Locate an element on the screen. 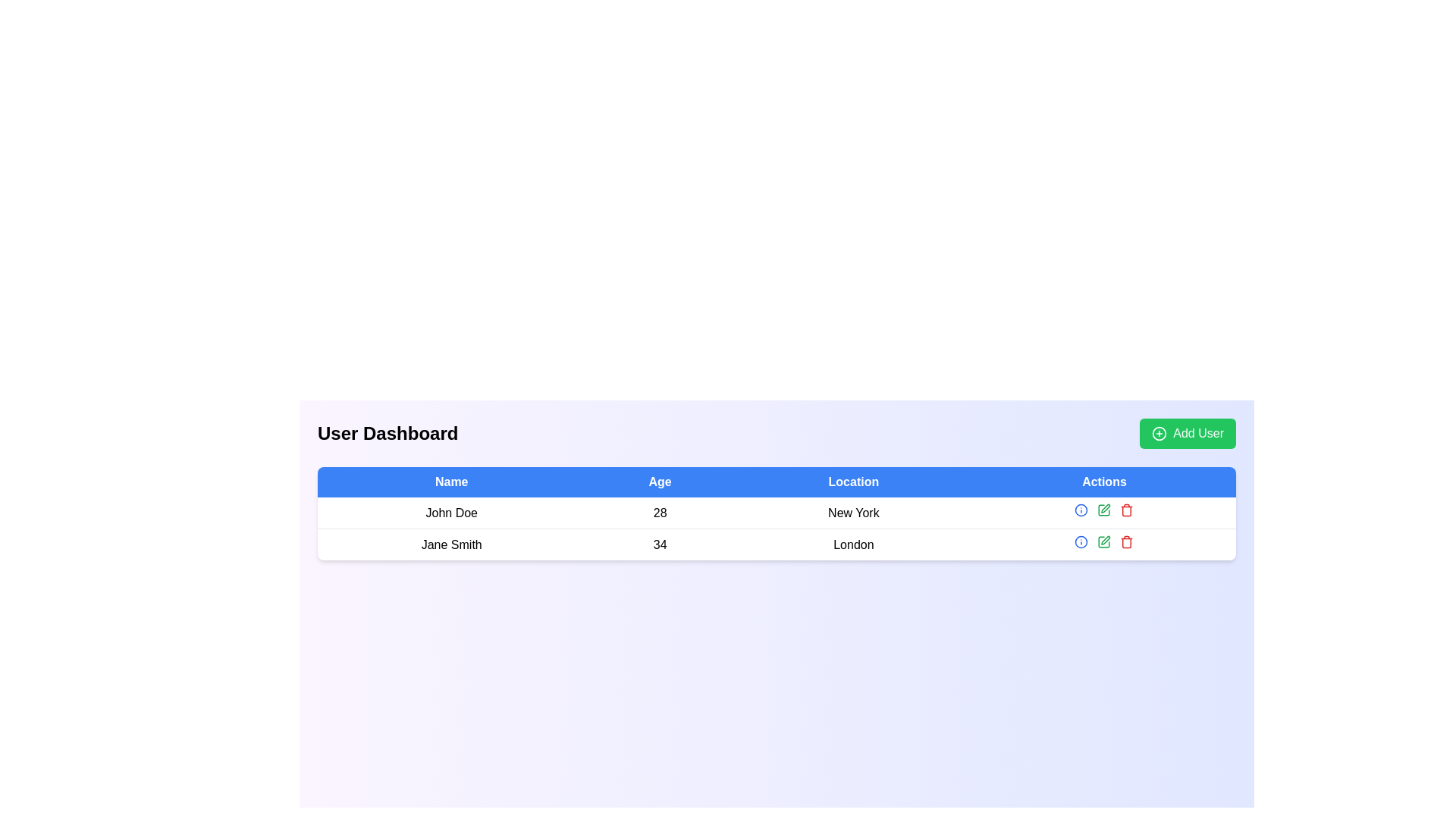 The width and height of the screenshot is (1456, 819). the delete icon represented by the SVG graphic for the user 'Jane Smith', located in the rightmost column of the user table is located at coordinates (1127, 542).